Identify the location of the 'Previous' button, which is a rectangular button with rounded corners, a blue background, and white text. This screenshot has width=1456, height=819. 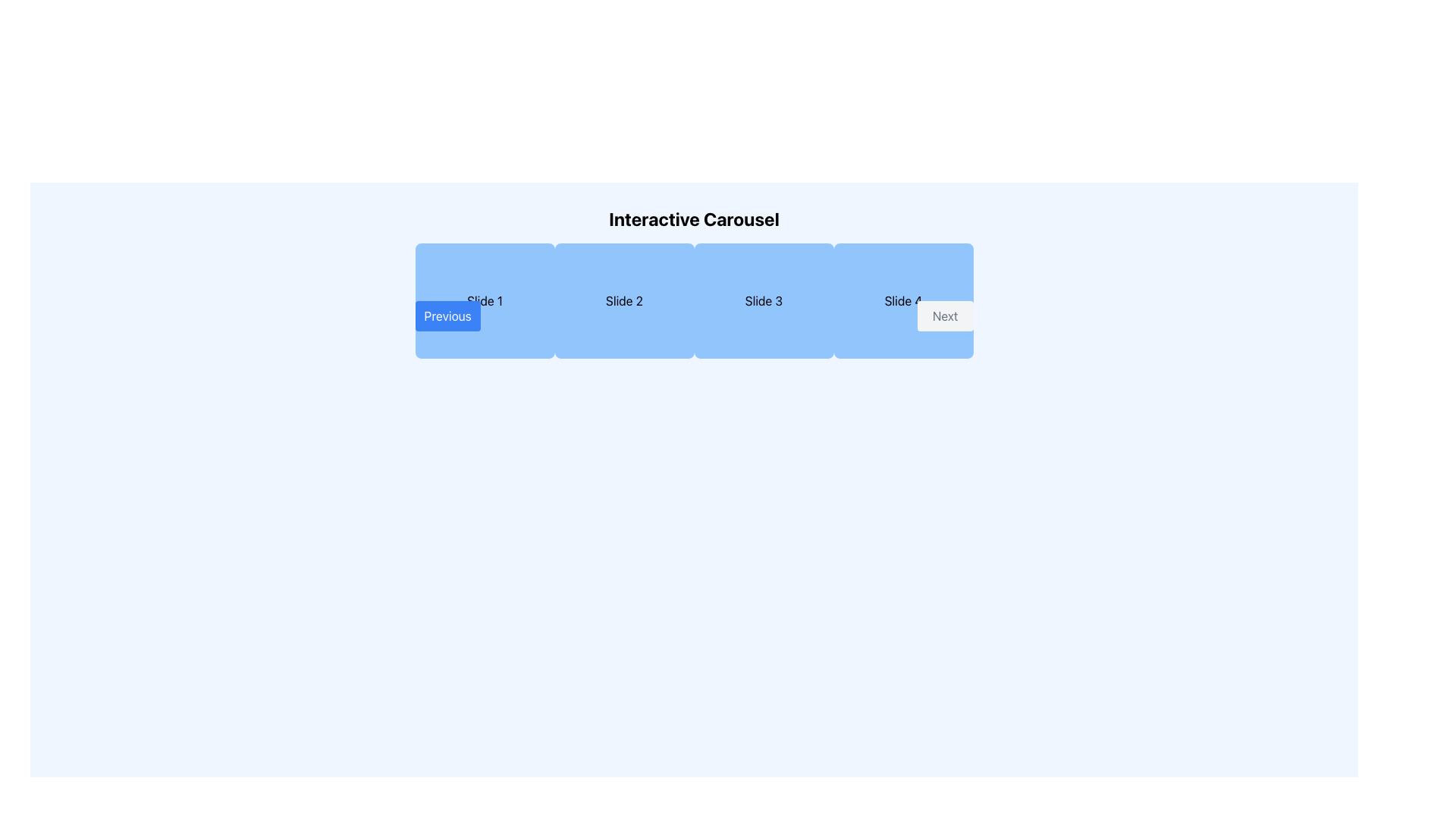
(447, 315).